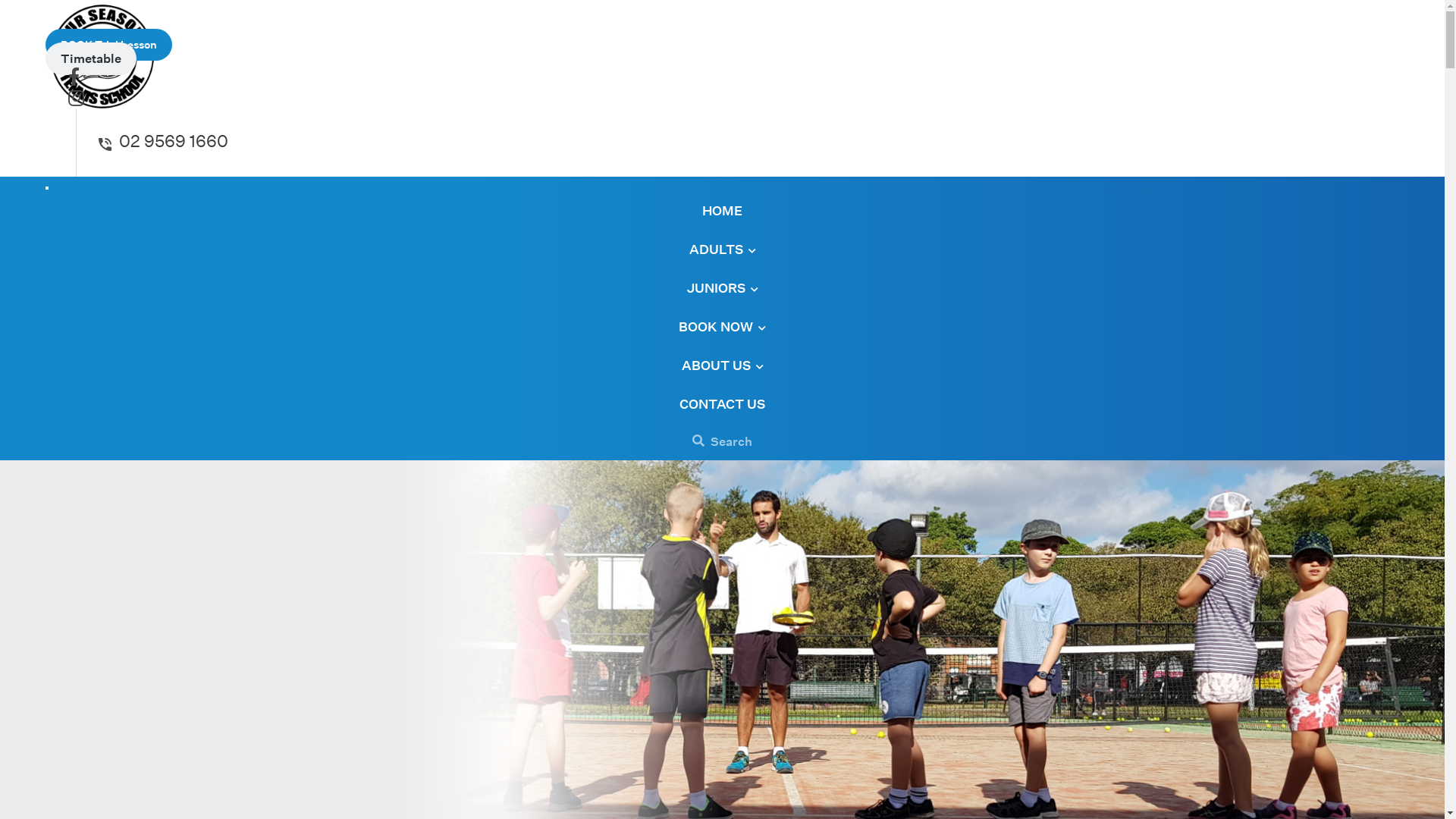 This screenshot has width=1456, height=819. What do you see at coordinates (721, 403) in the screenshot?
I see `'CONTACT US'` at bounding box center [721, 403].